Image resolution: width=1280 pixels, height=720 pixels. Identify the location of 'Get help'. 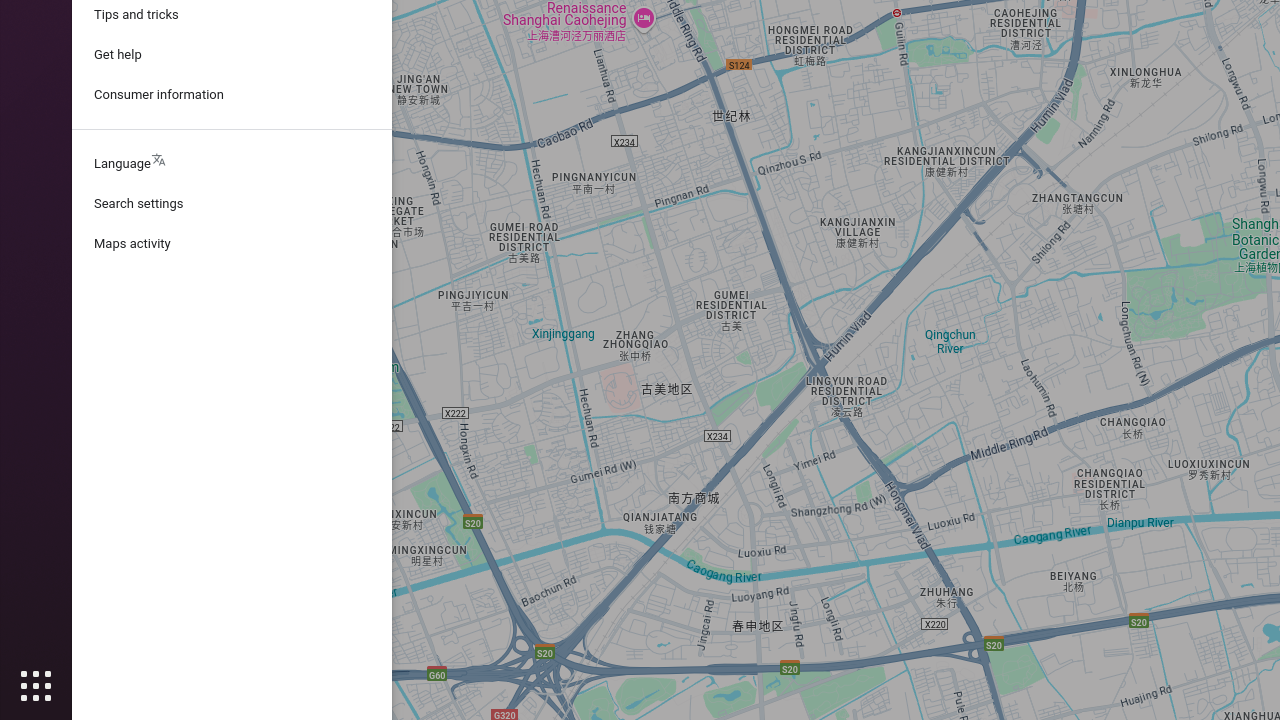
(231, 54).